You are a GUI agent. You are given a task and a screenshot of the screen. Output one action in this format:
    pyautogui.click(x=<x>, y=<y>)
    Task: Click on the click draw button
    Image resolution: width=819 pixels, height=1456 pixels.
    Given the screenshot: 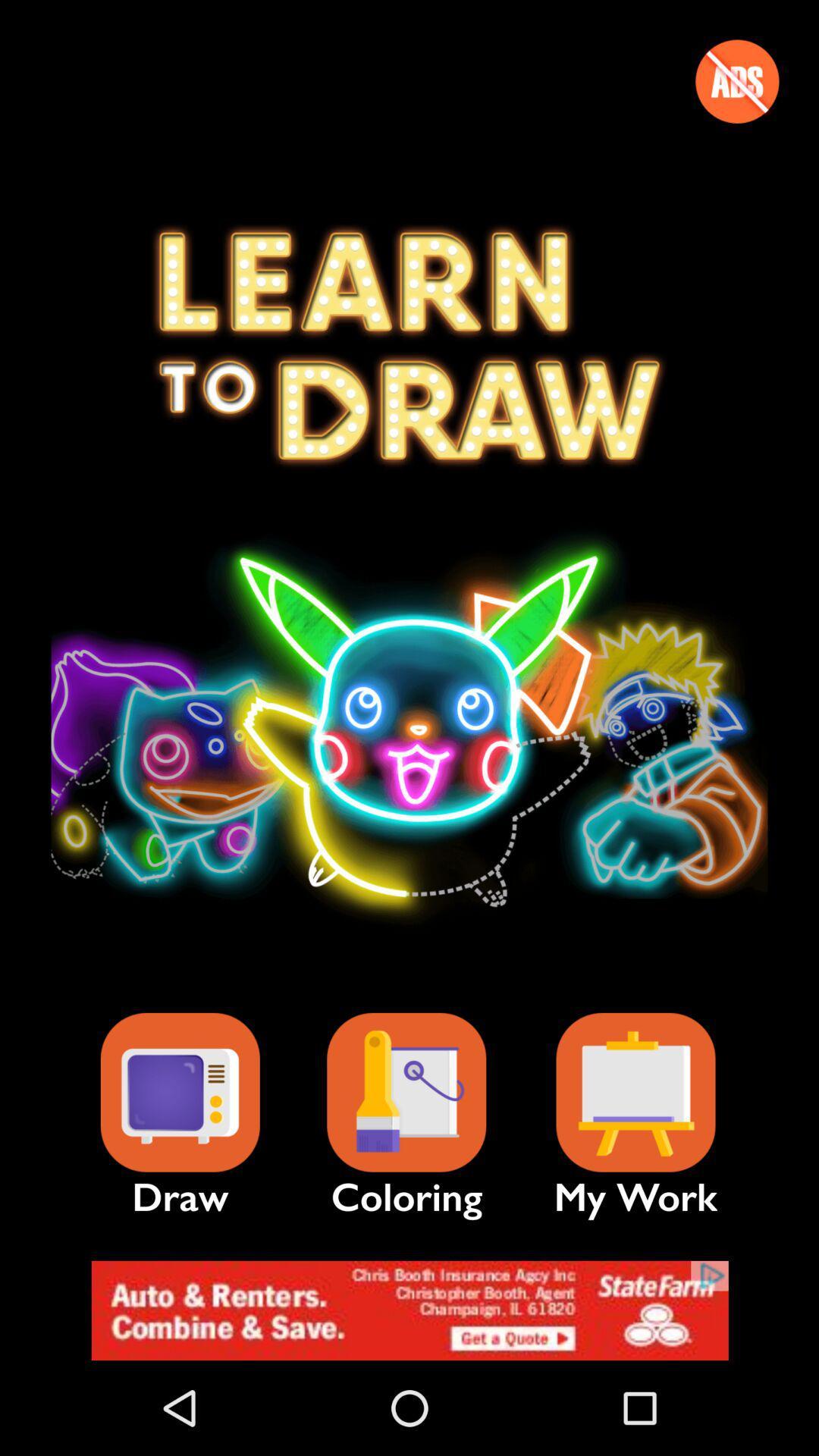 What is the action you would take?
    pyautogui.click(x=179, y=1093)
    